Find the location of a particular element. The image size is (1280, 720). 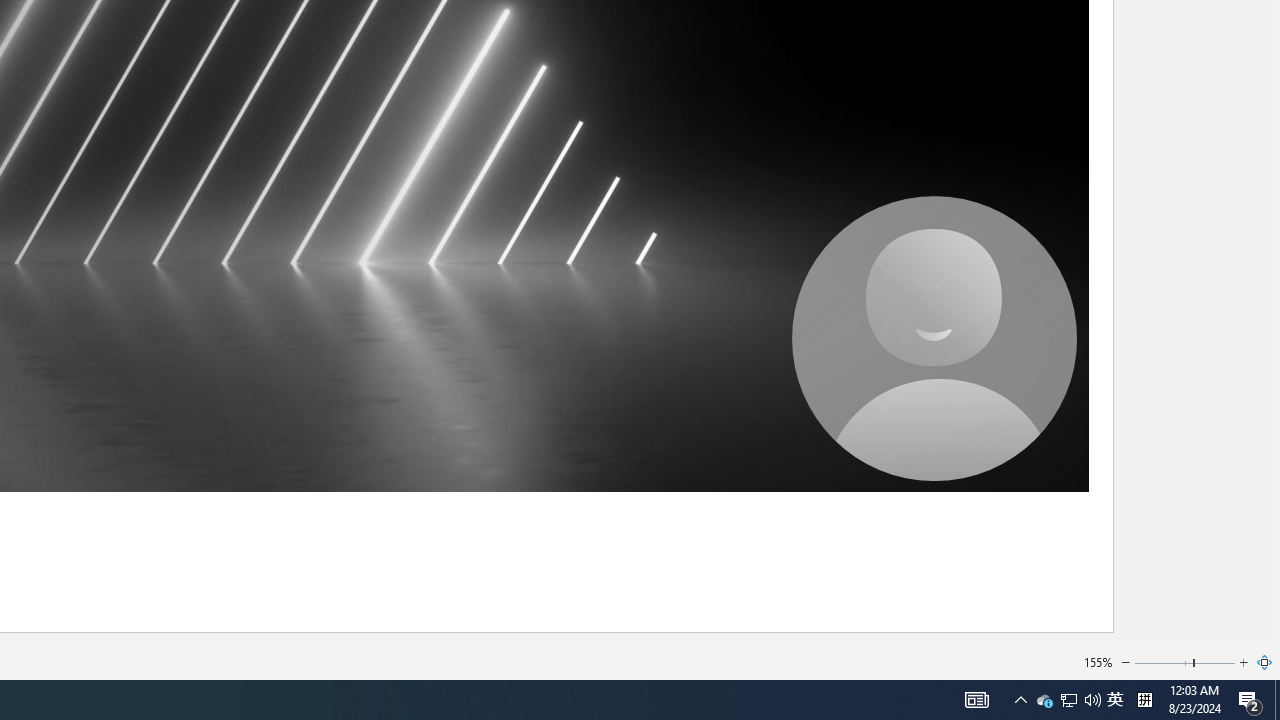

'Page left' is located at coordinates (1163, 663).